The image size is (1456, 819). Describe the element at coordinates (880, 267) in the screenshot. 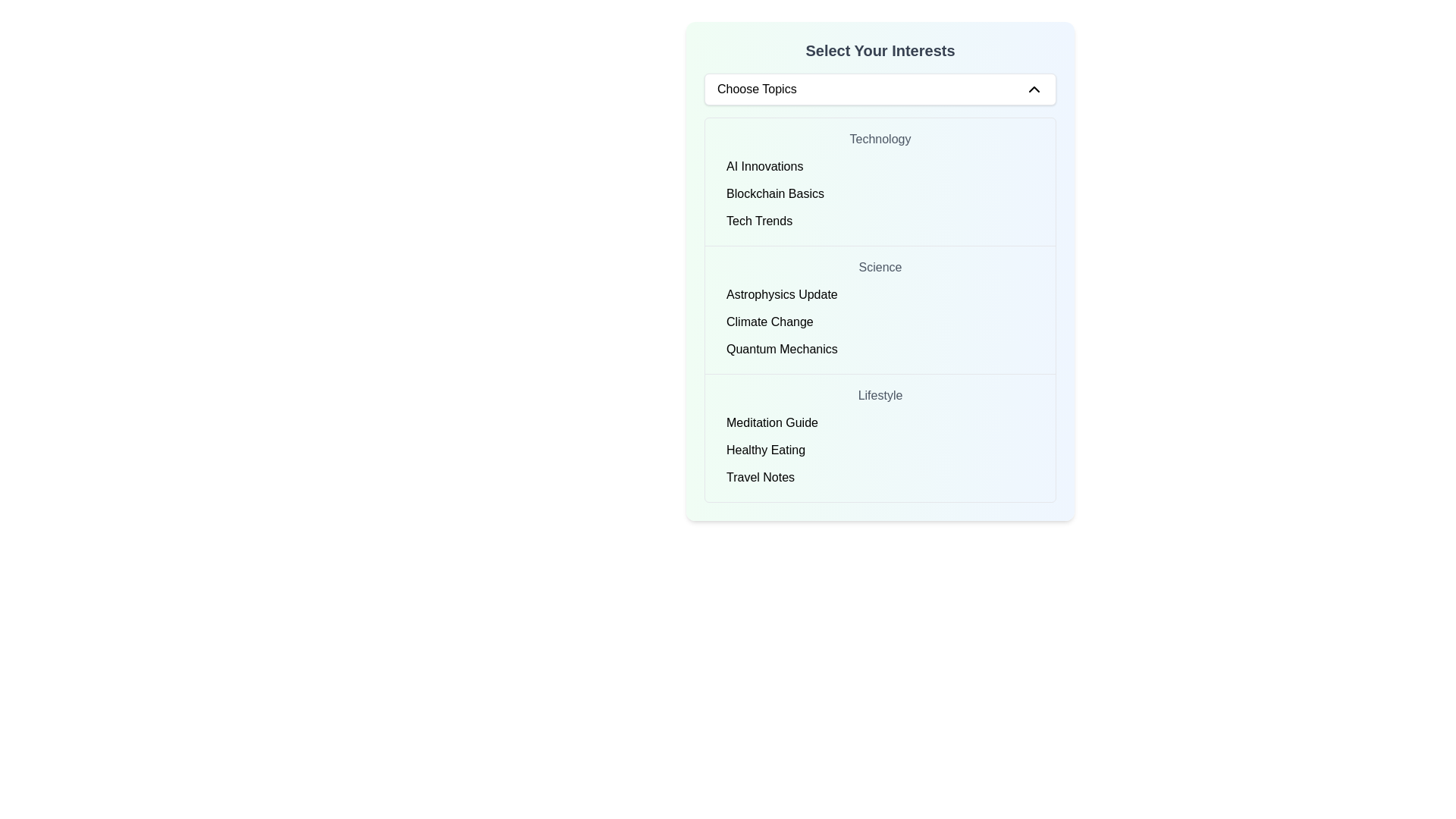

I see `the 'Science' label or heading, which is centrally located between the 'Technology' heading and the list entries for 'Astrophysics Update', 'Climate Change', and 'Quantum Mechanics'` at that location.